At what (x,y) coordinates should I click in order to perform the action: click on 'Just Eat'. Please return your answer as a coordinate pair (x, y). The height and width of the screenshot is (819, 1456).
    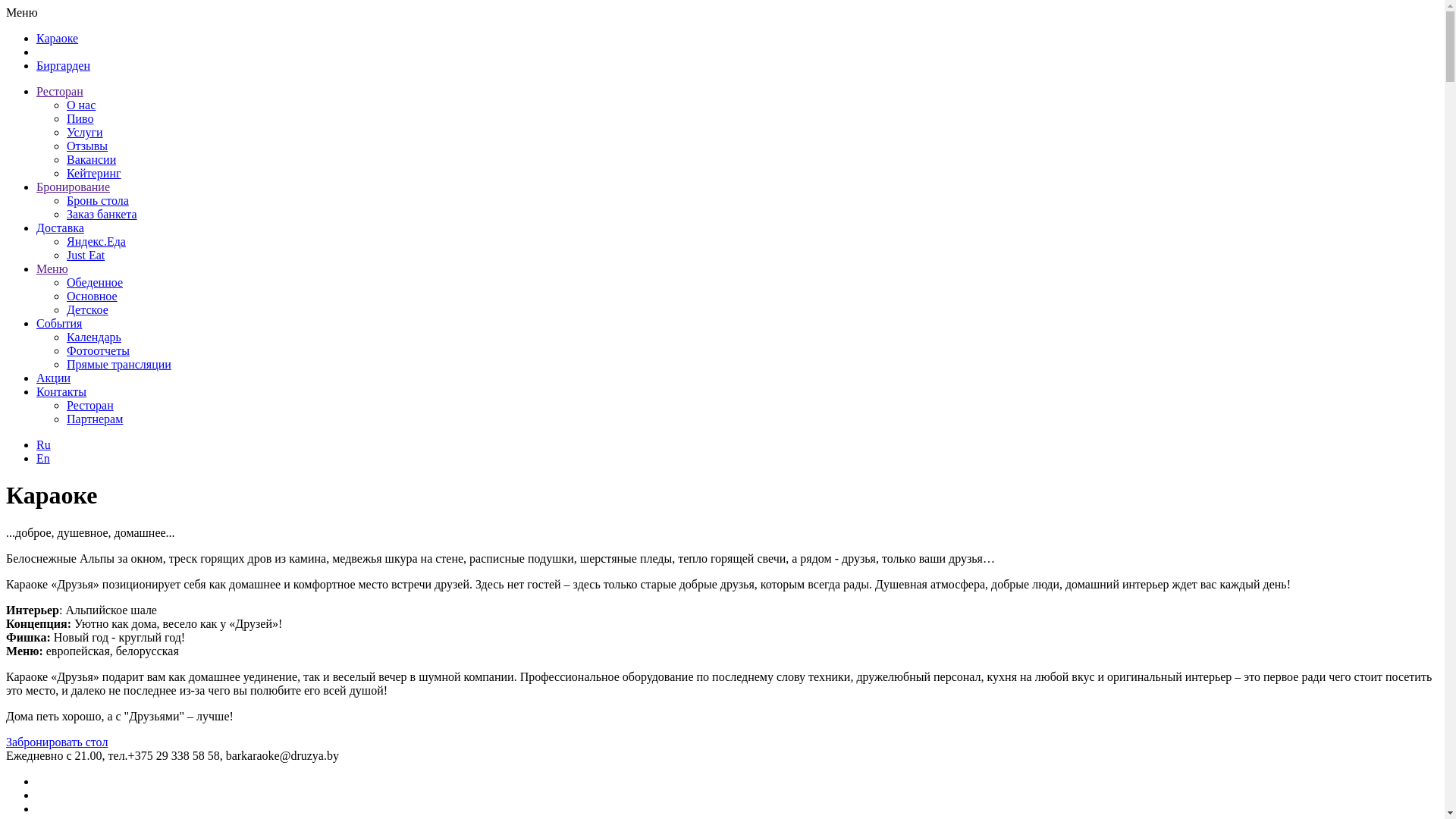
    Looking at the image, I should click on (85, 254).